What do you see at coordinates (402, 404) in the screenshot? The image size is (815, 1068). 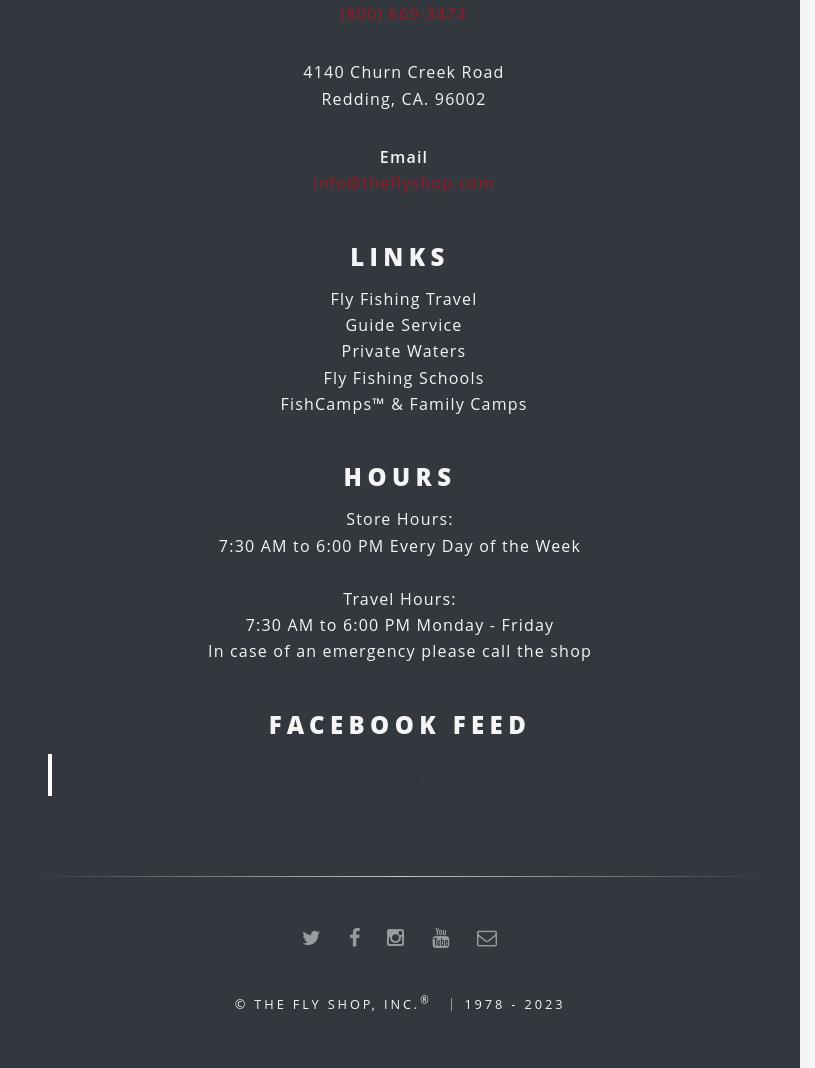 I see `'FishCamps™ & Family Camps'` at bounding box center [402, 404].